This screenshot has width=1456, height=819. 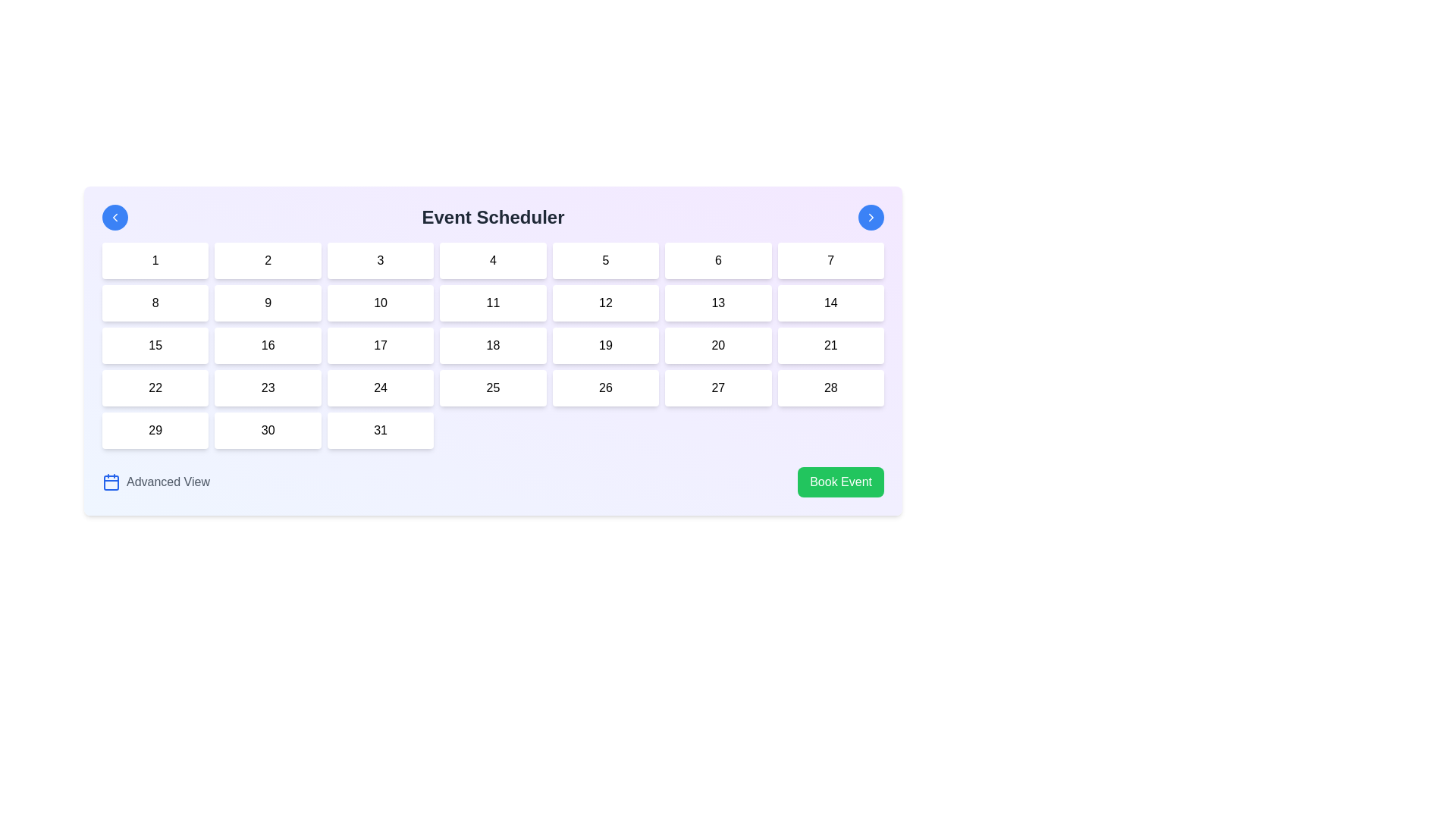 I want to click on the blue calendar icon located to the left of the 'Advanced View' text label, so click(x=111, y=482).